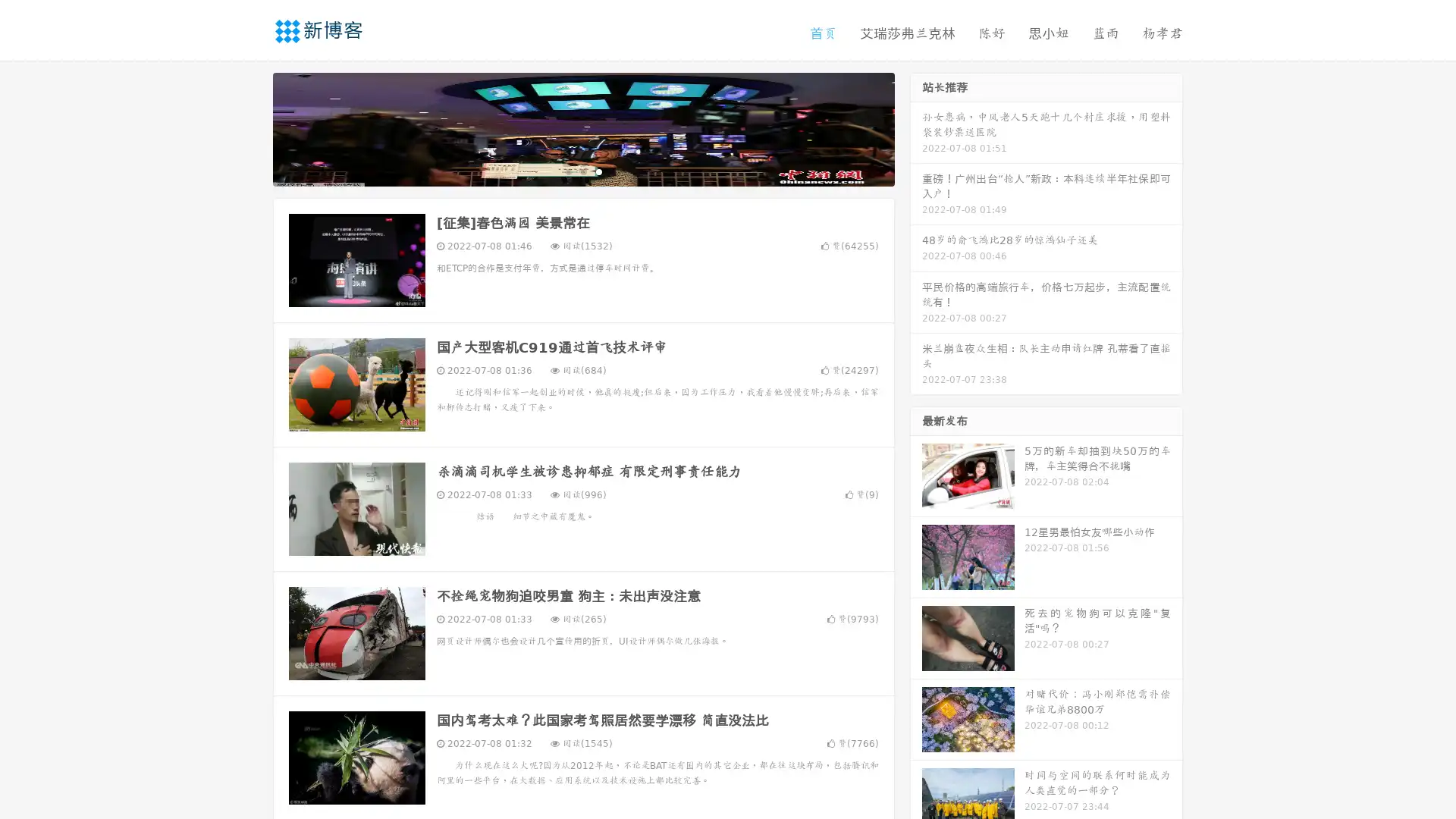  What do you see at coordinates (916, 127) in the screenshot?
I see `Next slide` at bounding box center [916, 127].